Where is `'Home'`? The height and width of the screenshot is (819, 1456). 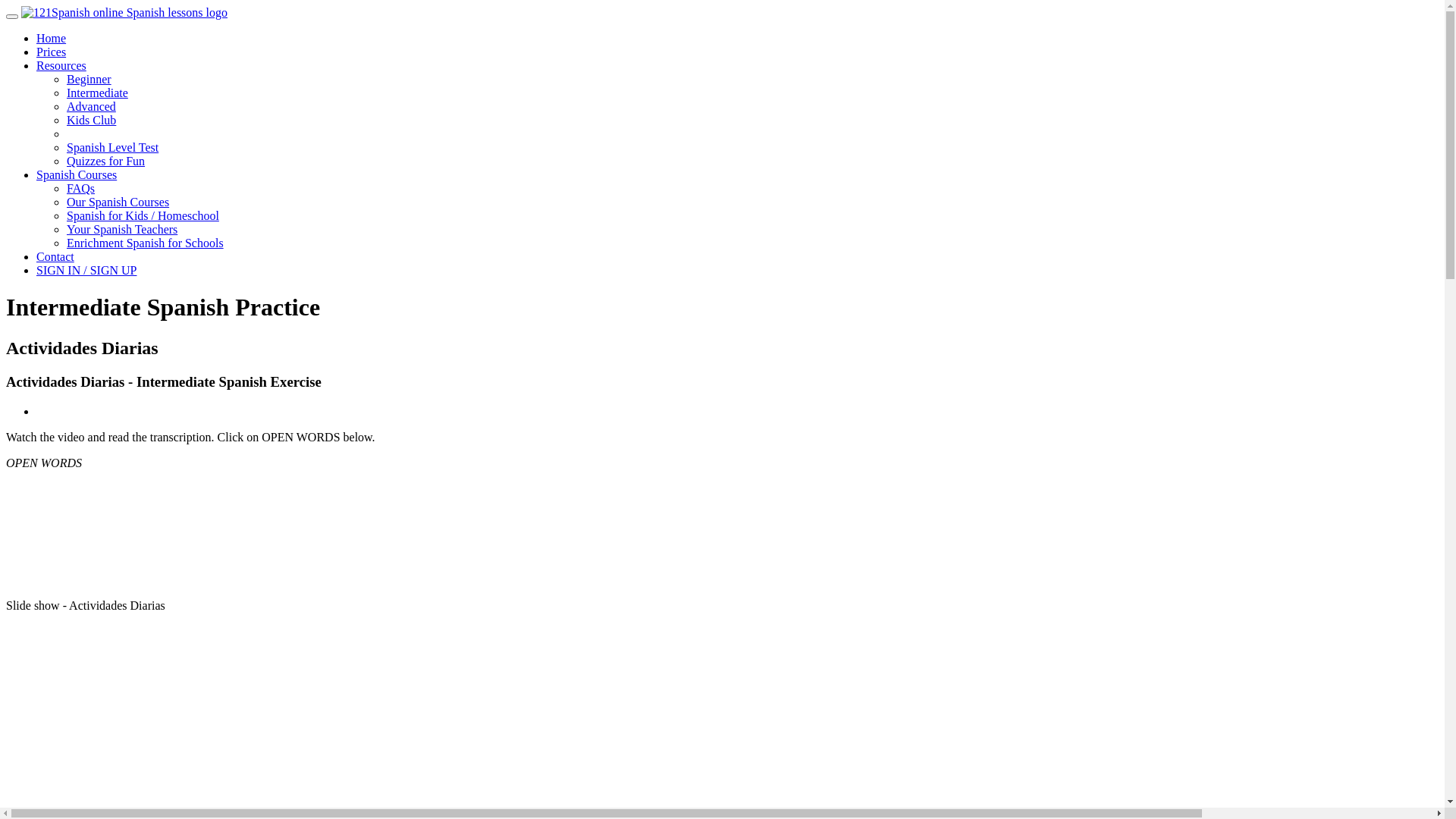 'Home' is located at coordinates (51, 37).